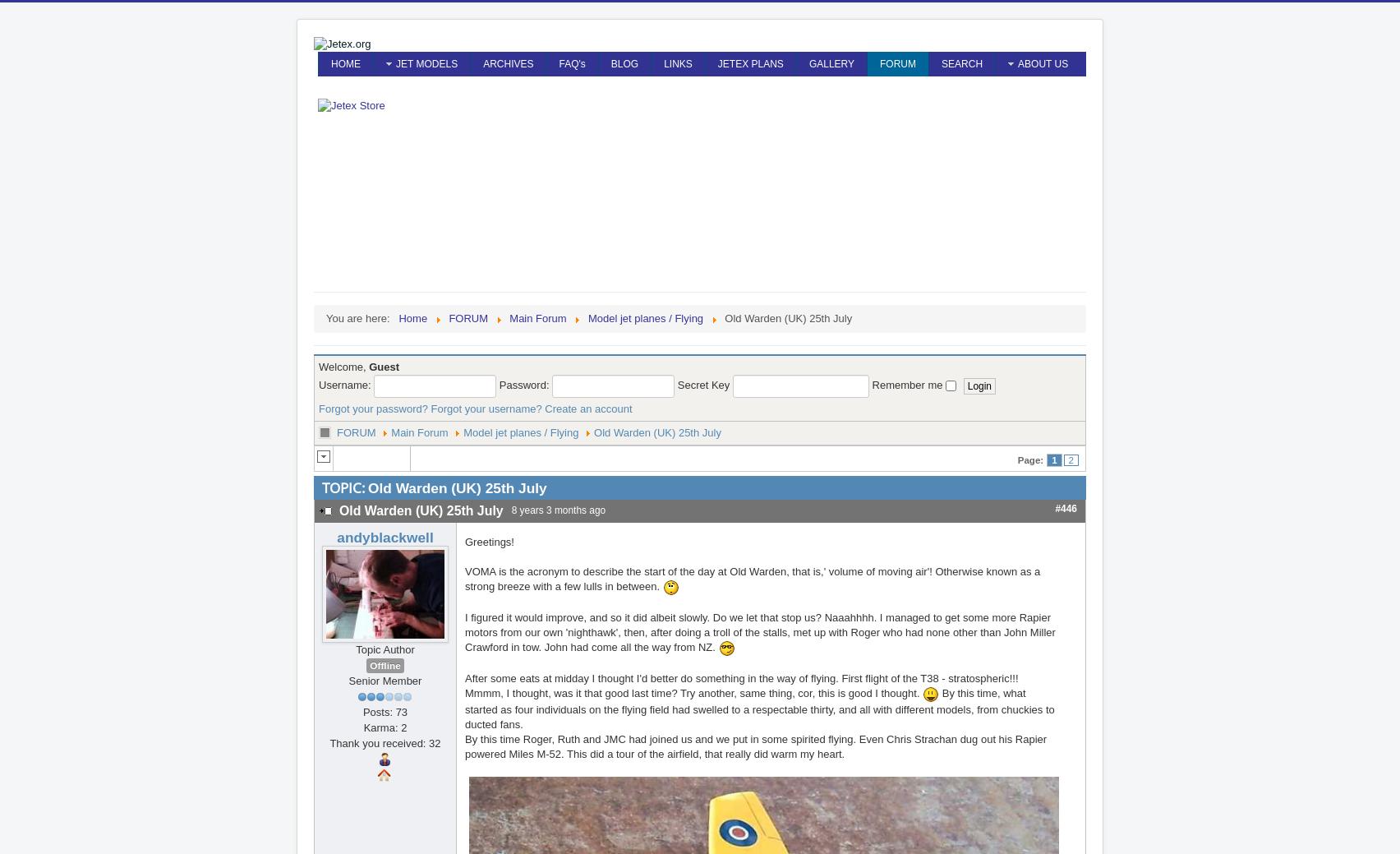 This screenshot has width=1400, height=854. What do you see at coordinates (385, 742) in the screenshot?
I see `'Thank you received: 32'` at bounding box center [385, 742].